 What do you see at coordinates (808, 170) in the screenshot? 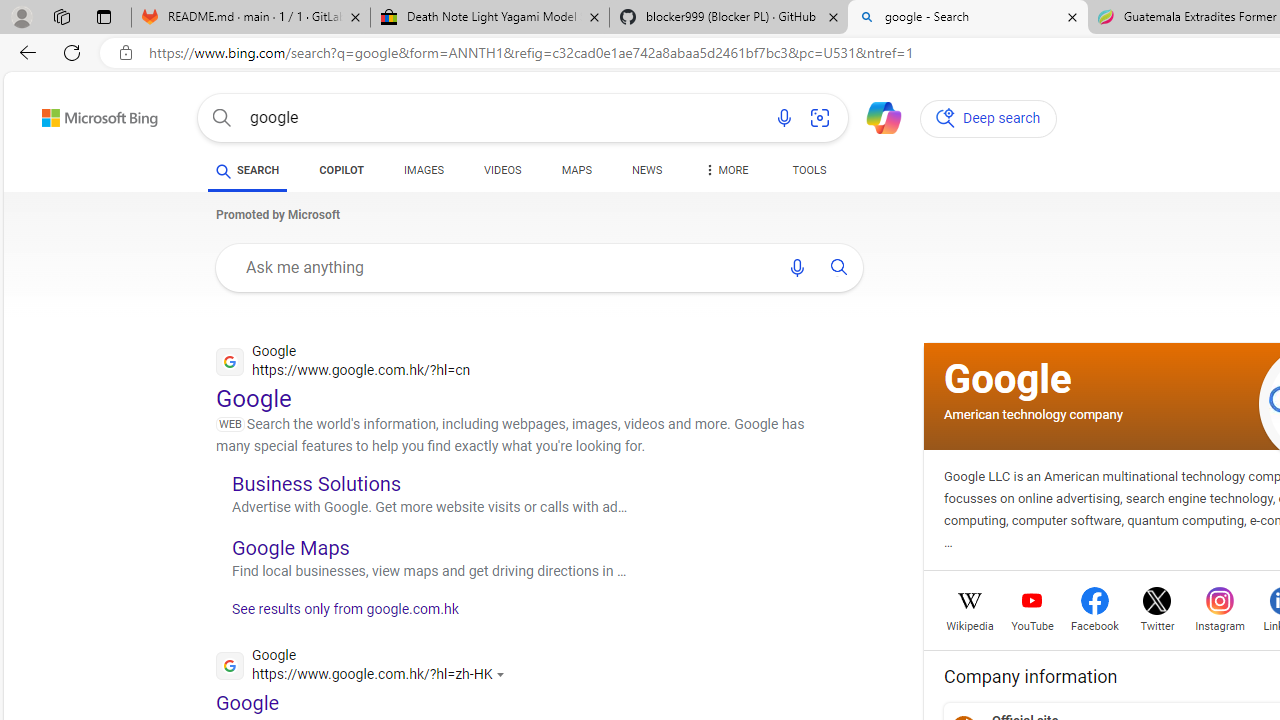
I see `'TOOLS'` at bounding box center [808, 170].